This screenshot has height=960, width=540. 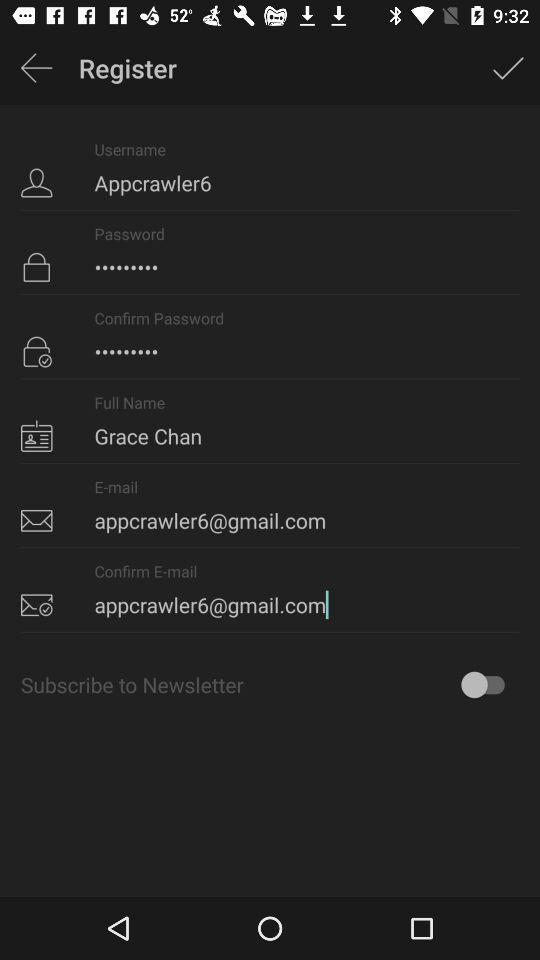 What do you see at coordinates (508, 68) in the screenshot?
I see `app to the right of the register icon` at bounding box center [508, 68].